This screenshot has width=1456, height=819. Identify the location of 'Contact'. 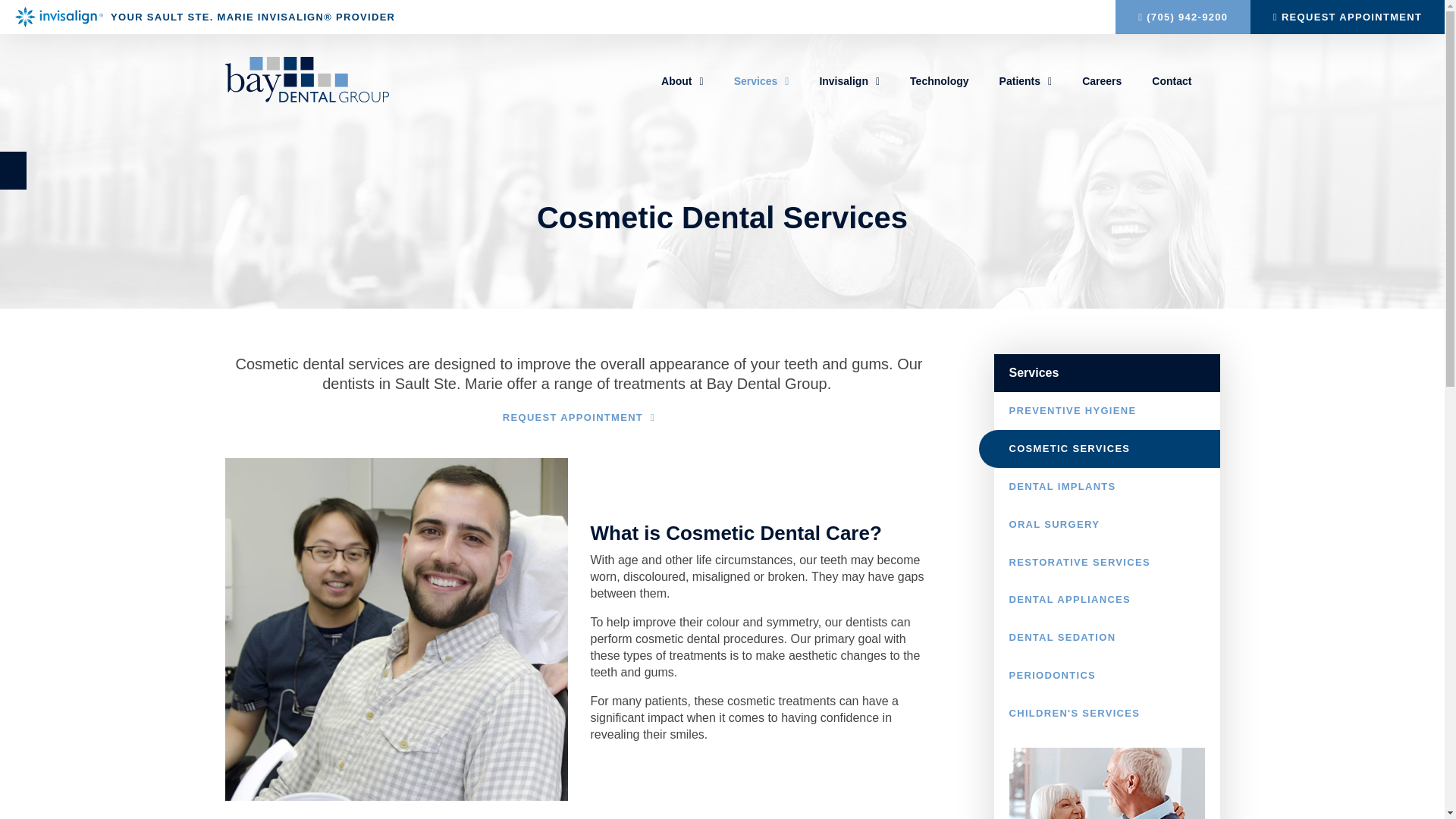
(1171, 81).